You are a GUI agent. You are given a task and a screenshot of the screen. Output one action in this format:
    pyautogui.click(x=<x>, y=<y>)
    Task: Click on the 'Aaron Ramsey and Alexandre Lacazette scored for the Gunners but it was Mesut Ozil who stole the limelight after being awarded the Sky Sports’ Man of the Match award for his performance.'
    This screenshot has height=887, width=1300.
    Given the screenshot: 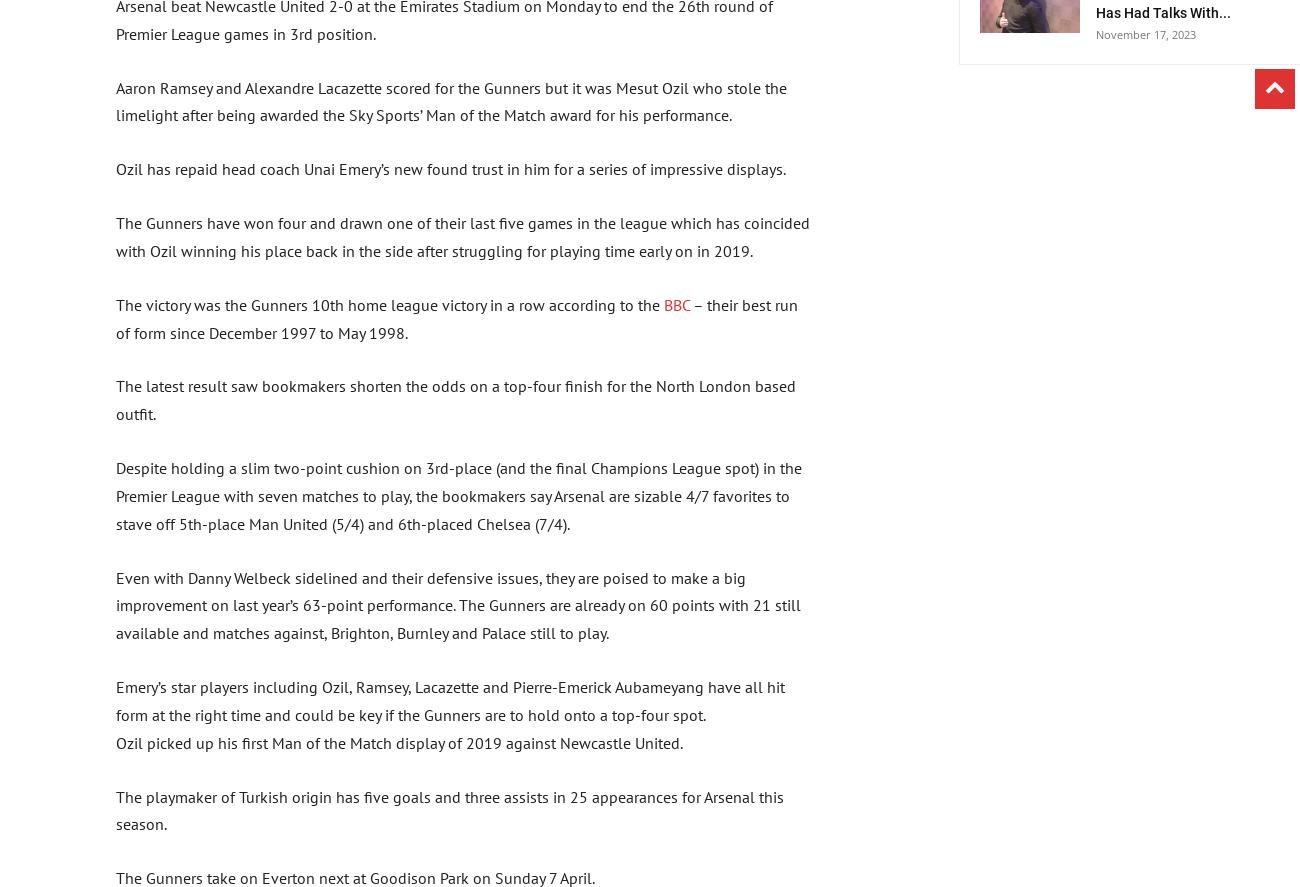 What is the action you would take?
    pyautogui.click(x=450, y=101)
    